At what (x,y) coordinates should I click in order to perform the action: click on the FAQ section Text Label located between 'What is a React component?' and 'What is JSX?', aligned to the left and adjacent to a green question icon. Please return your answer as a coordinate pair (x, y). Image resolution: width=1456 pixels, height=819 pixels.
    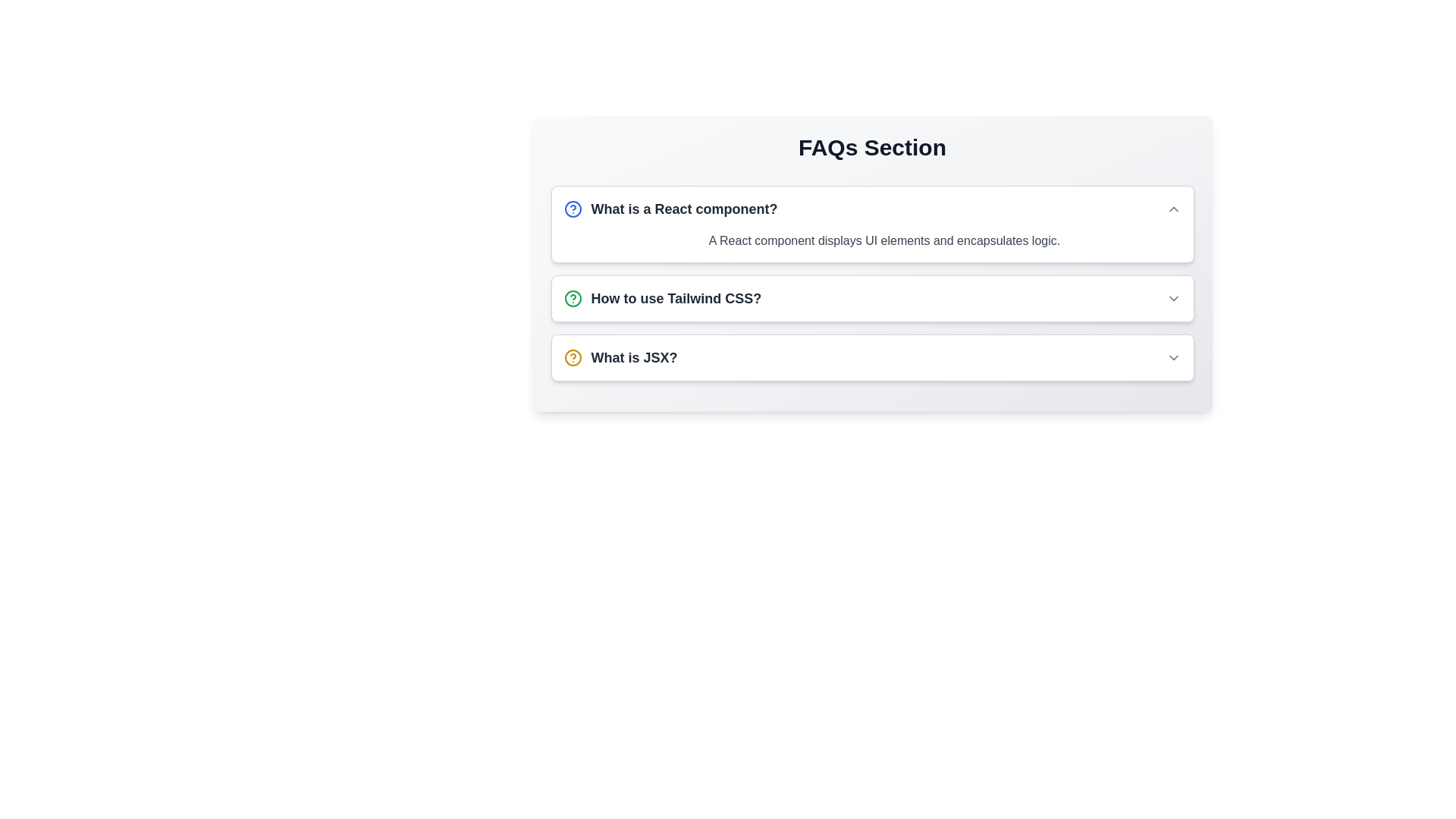
    Looking at the image, I should click on (675, 298).